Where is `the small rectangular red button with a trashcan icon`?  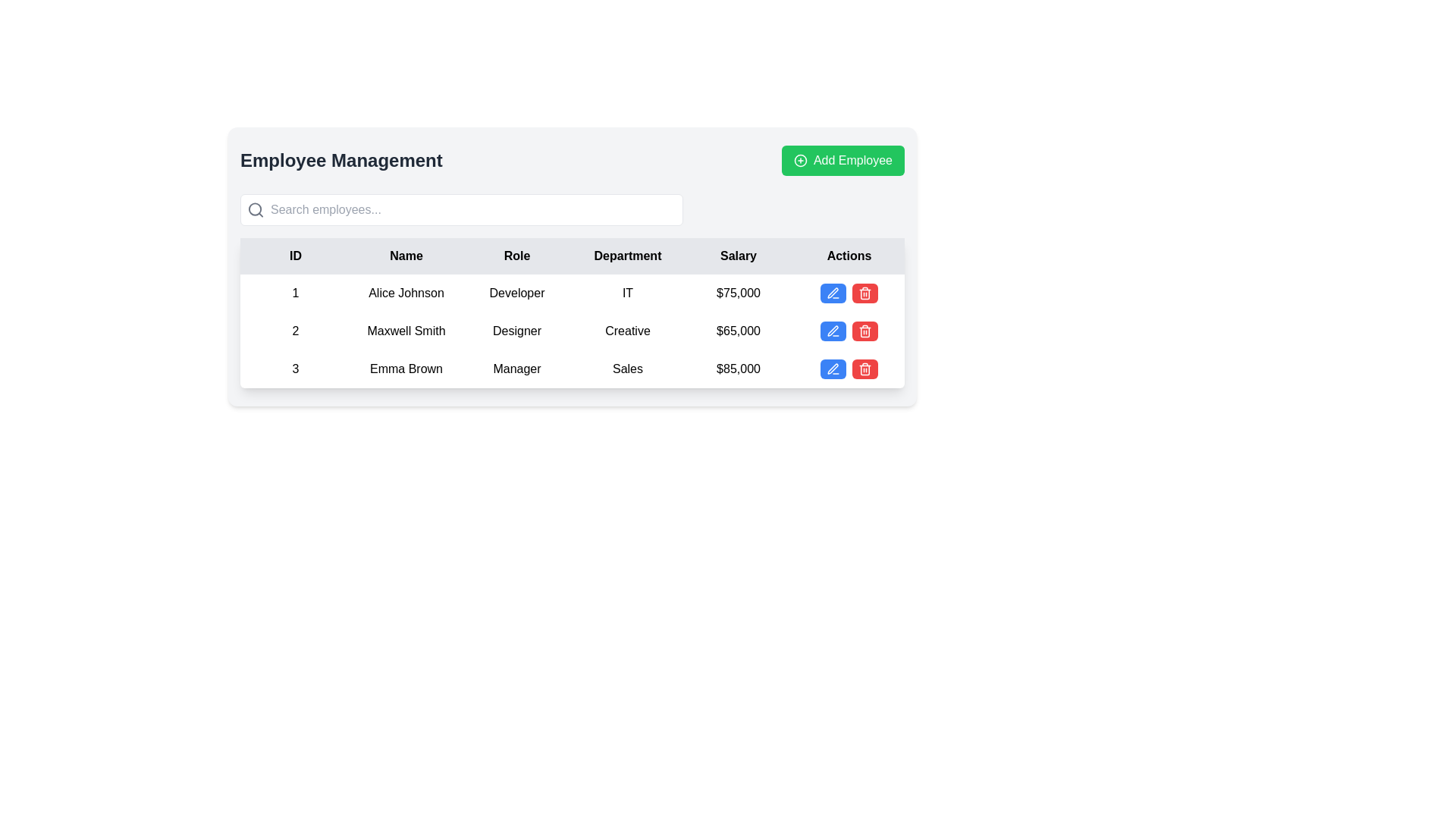
the small rectangular red button with a trashcan icon is located at coordinates (865, 330).